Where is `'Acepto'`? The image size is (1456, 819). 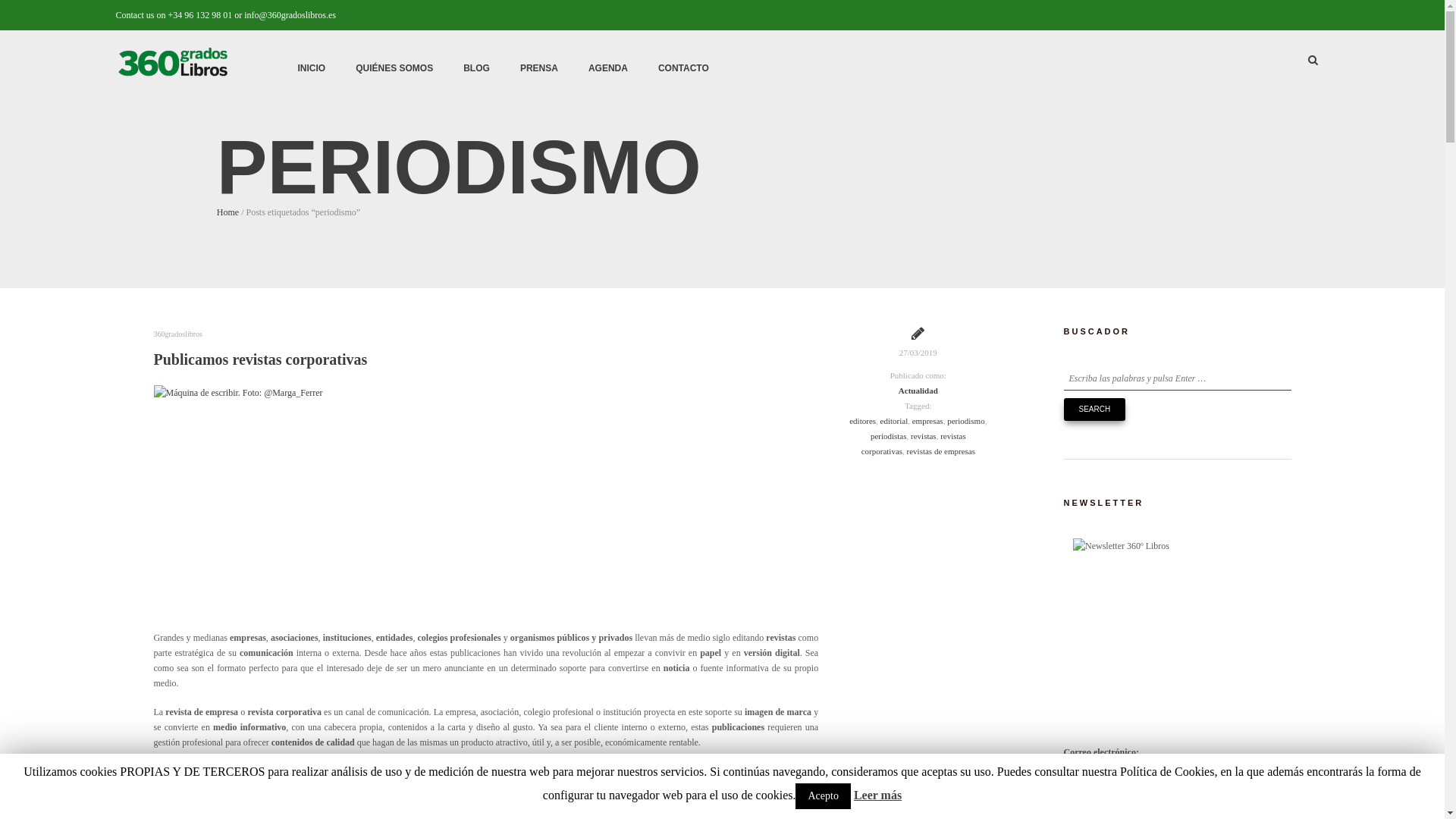 'Acepto' is located at coordinates (821, 795).